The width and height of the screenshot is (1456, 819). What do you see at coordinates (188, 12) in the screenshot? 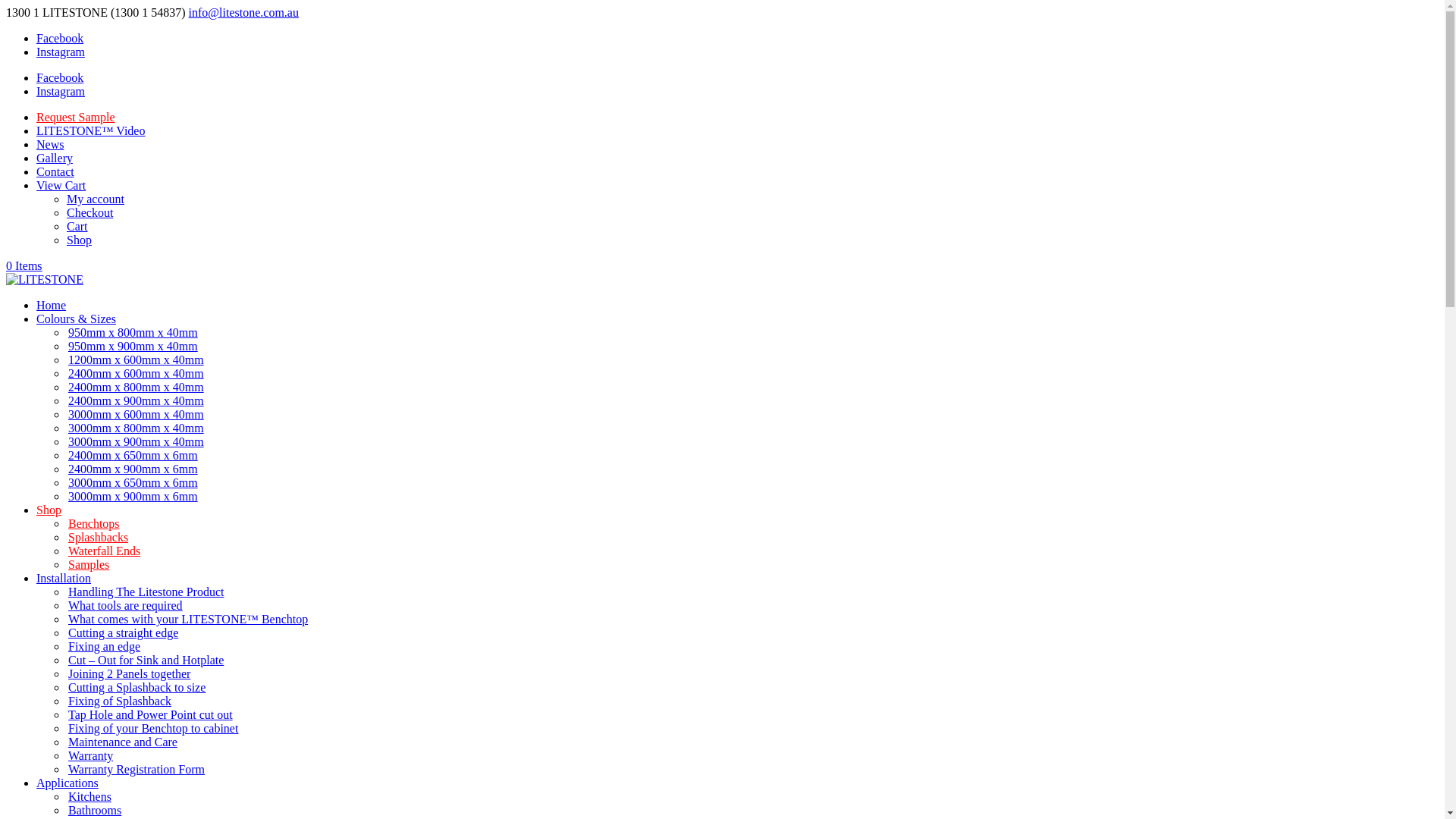
I see `'info@litestone.com.au'` at bounding box center [188, 12].